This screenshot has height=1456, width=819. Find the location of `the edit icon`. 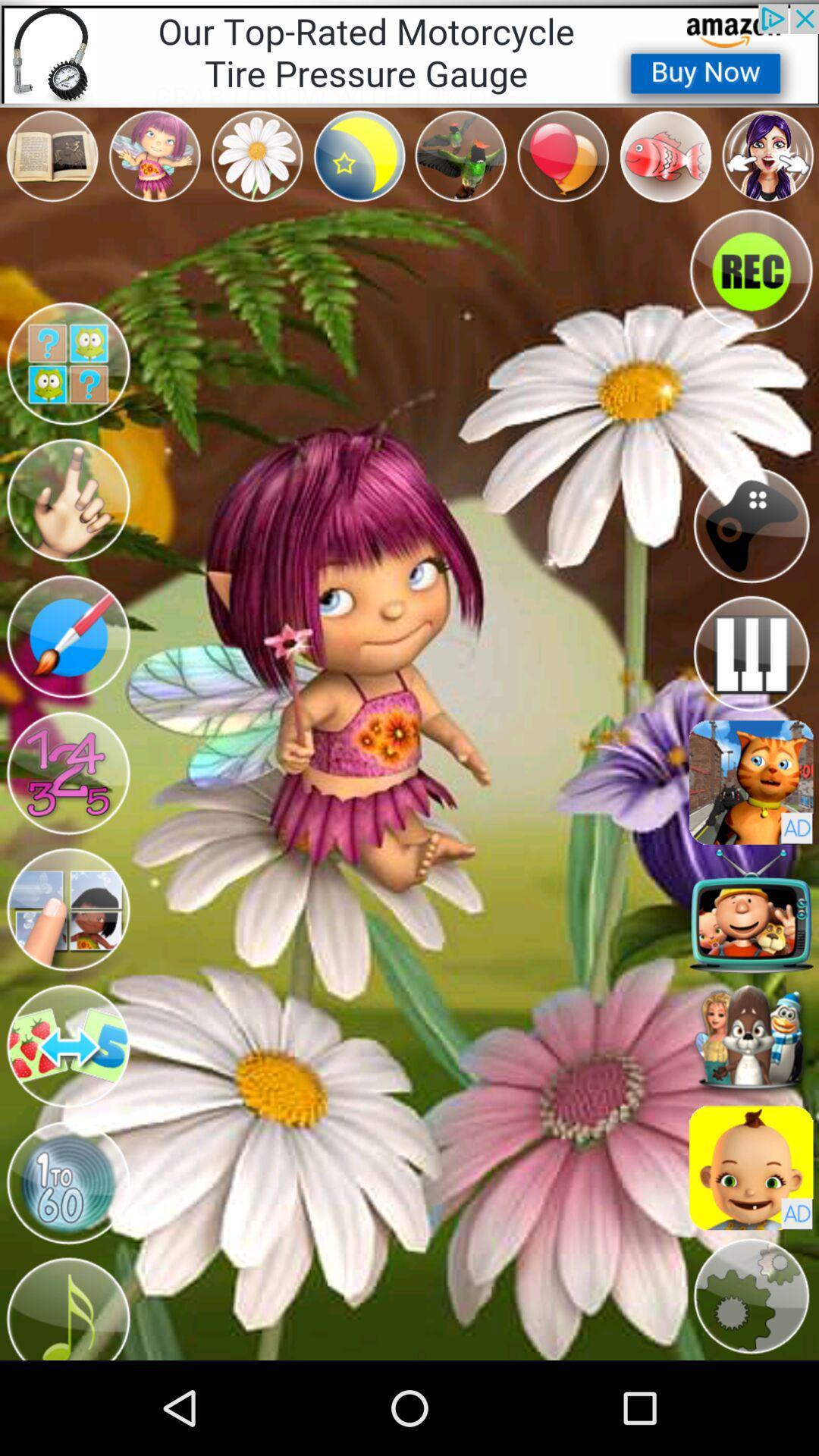

the edit icon is located at coordinates (67, 680).